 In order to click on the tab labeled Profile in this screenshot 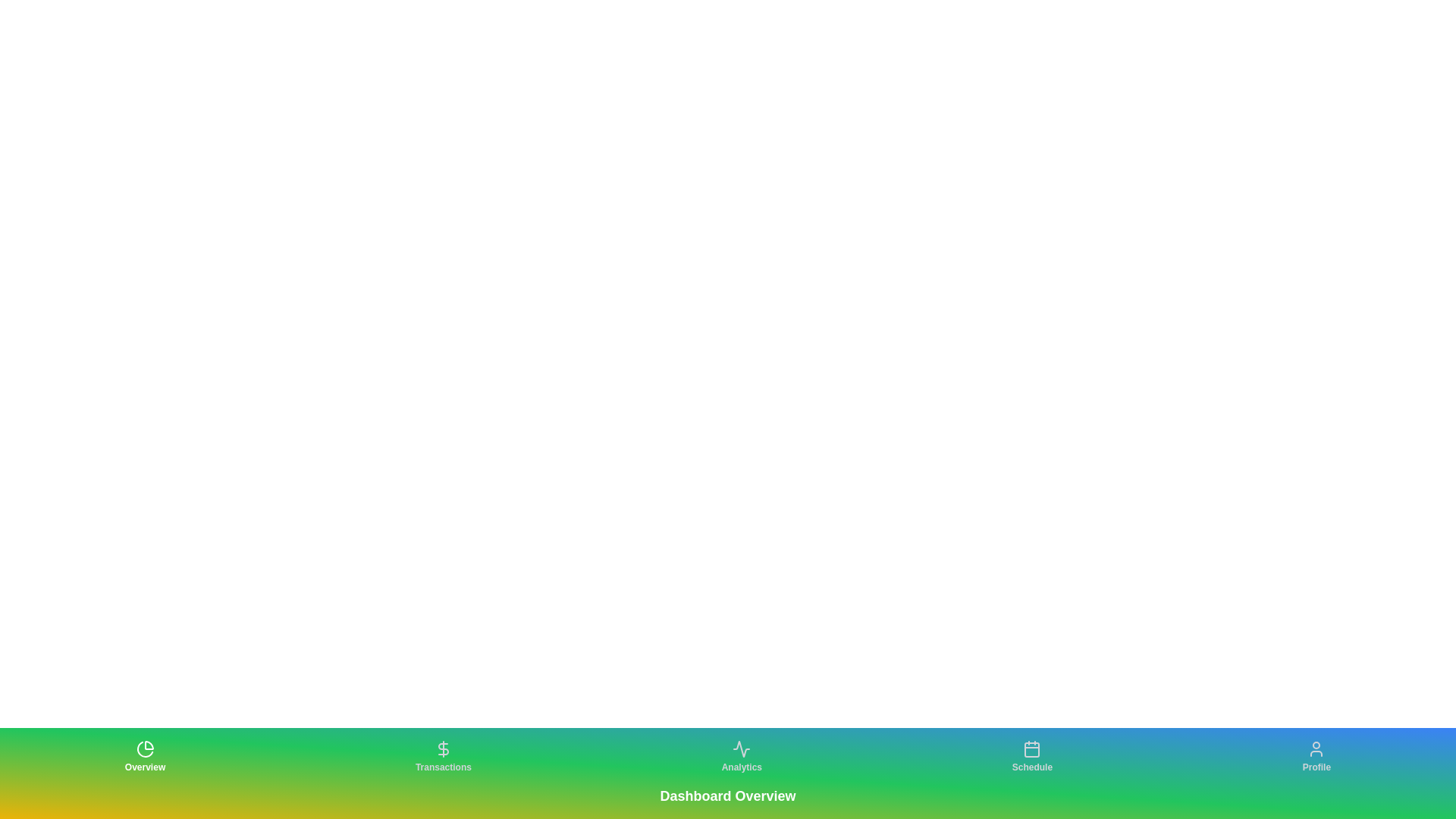, I will do `click(1316, 757)`.